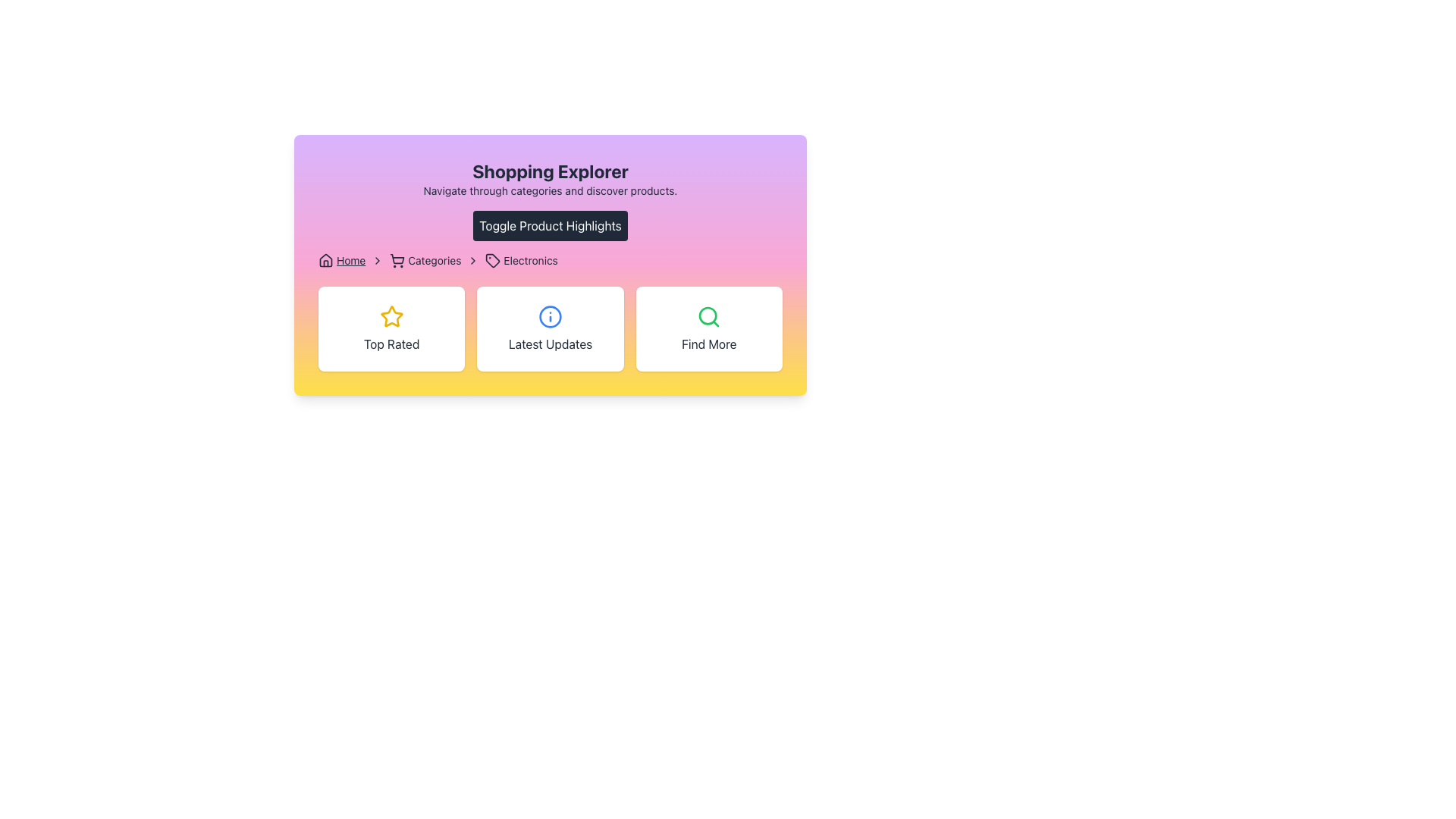  Describe the element at coordinates (522, 259) in the screenshot. I see `the third item in the breadcrumb navigation, which serves as a visual indicator with an icon, located near the top-center of the interface` at that location.